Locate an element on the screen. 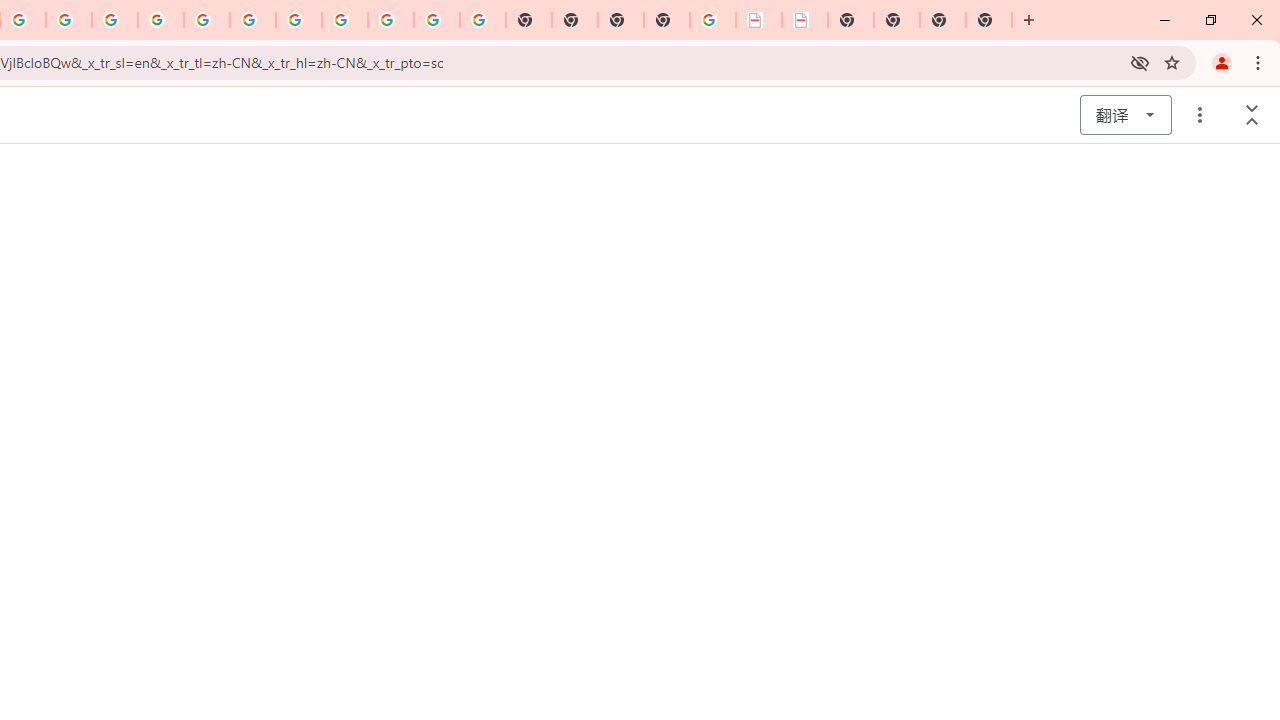 This screenshot has width=1280, height=720. 'LAAD Defence & Security 2025 | BAE Systems' is located at coordinates (758, 20).